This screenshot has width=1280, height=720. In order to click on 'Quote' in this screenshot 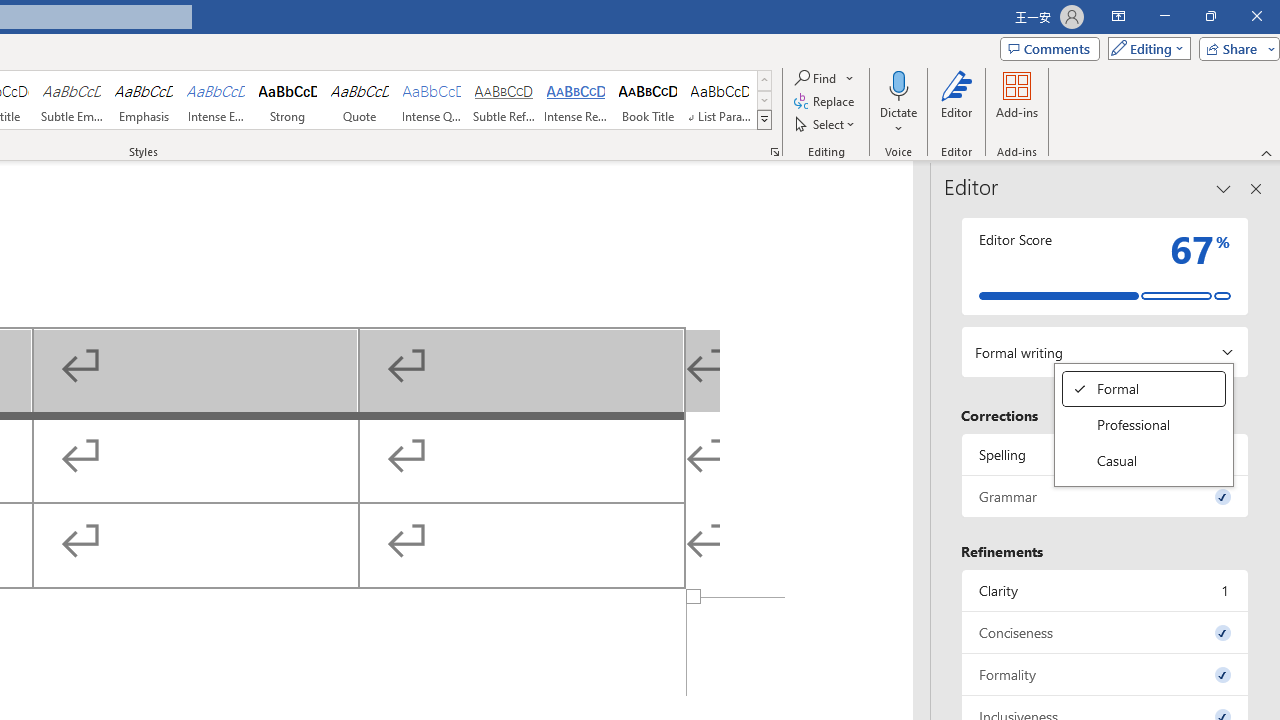, I will do `click(359, 100)`.